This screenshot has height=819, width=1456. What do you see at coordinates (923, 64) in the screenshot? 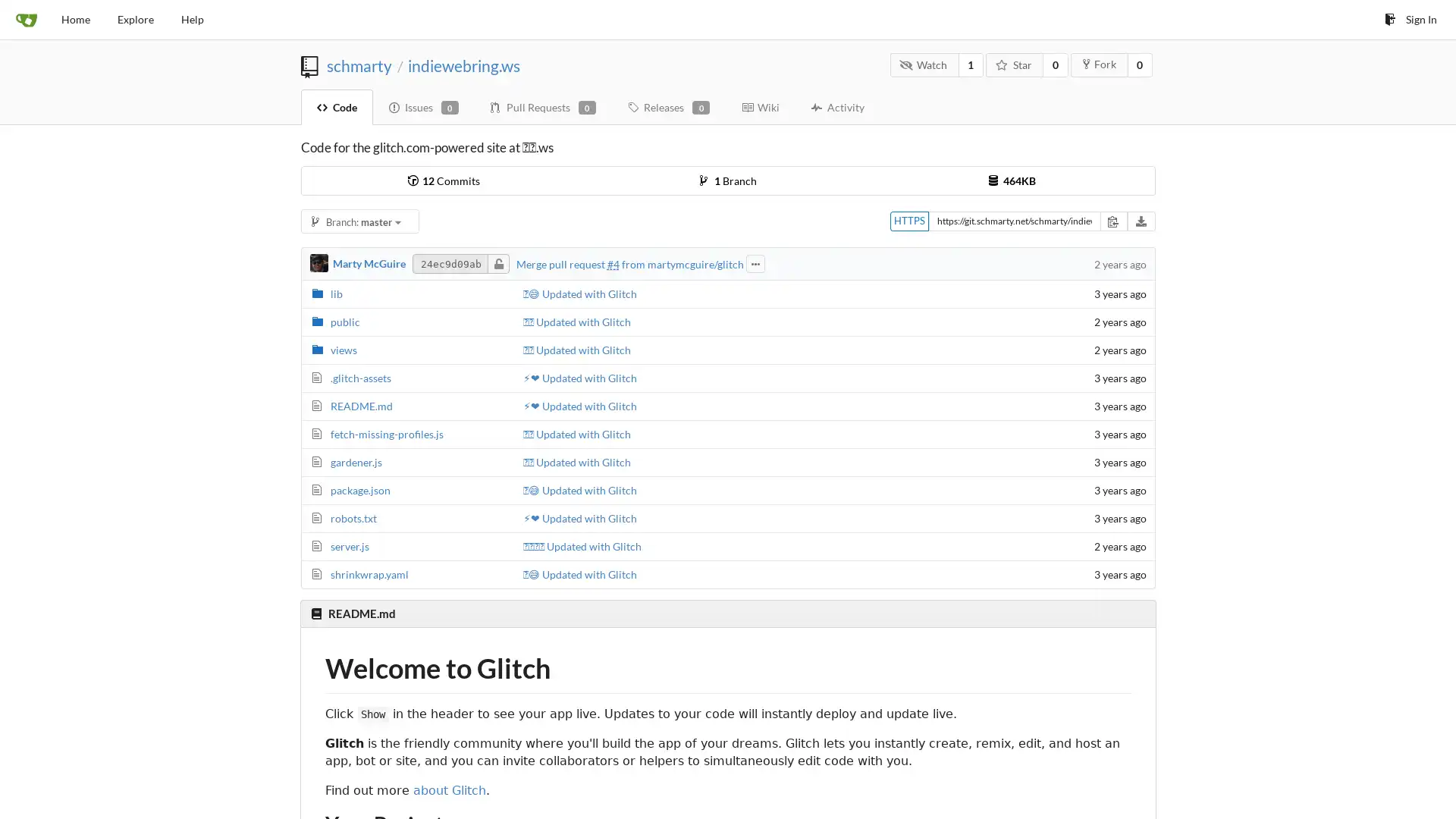
I see `Watch` at bounding box center [923, 64].